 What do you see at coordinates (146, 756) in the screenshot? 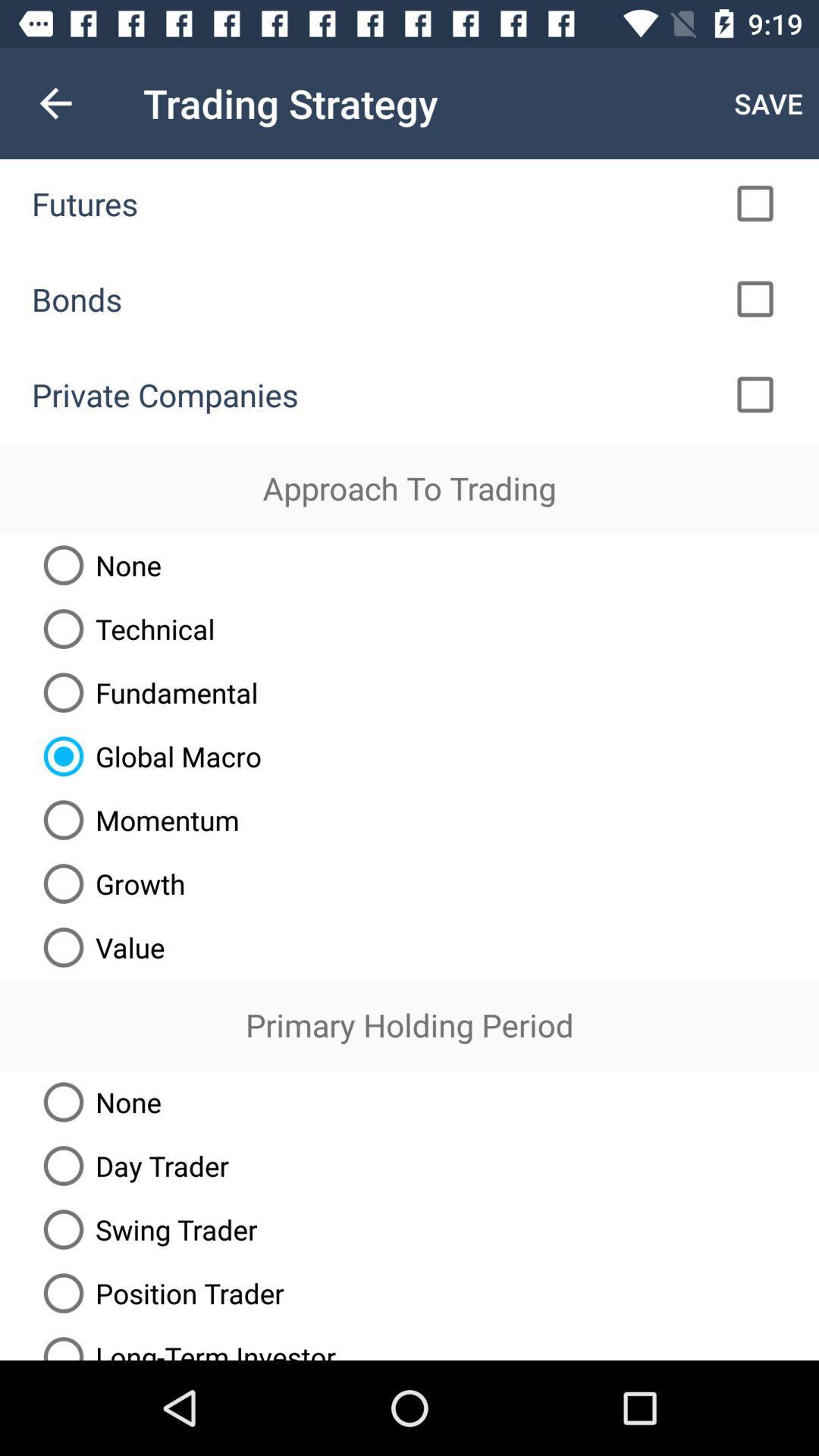
I see `radio button above momentum` at bounding box center [146, 756].